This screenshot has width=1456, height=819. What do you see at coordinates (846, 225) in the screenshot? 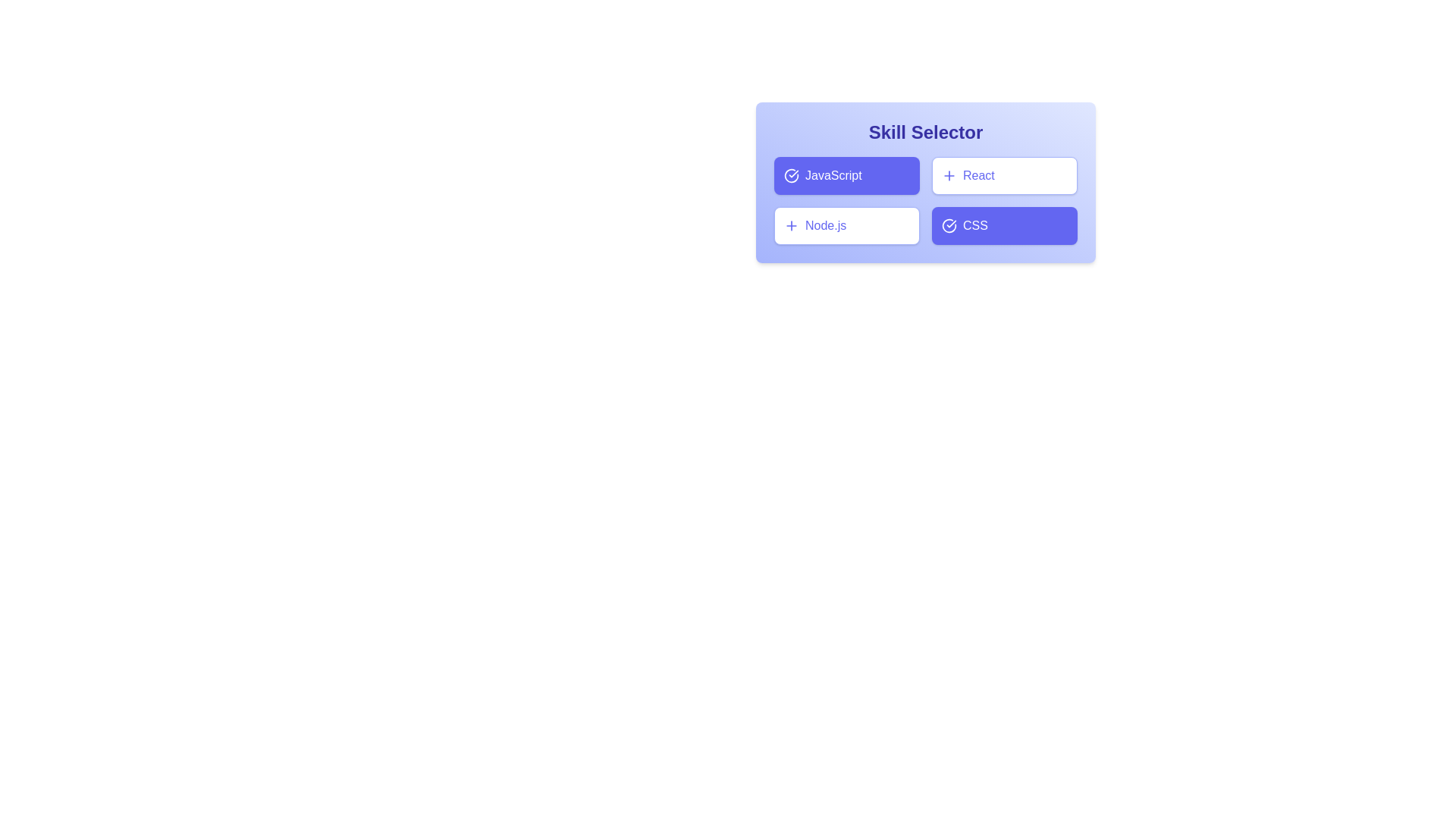
I see `the skill Node.js` at bounding box center [846, 225].